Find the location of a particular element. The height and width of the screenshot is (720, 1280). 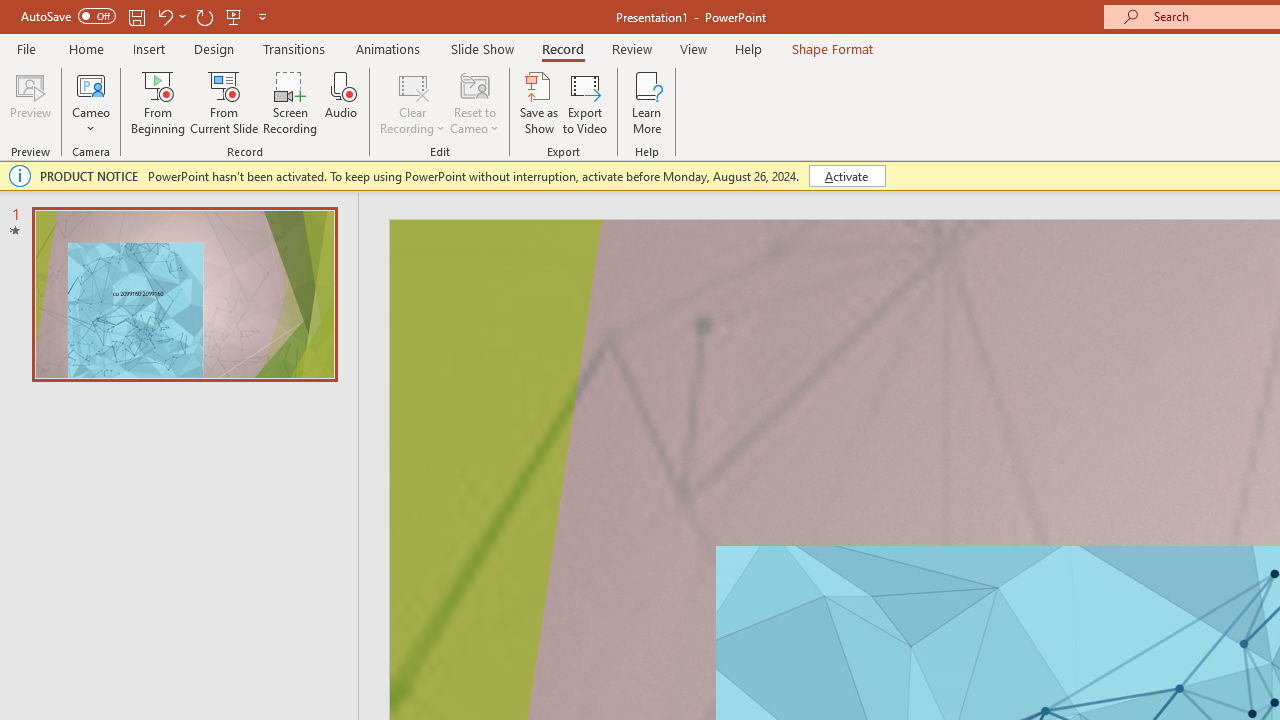

'From Current Slide...' is located at coordinates (224, 103).